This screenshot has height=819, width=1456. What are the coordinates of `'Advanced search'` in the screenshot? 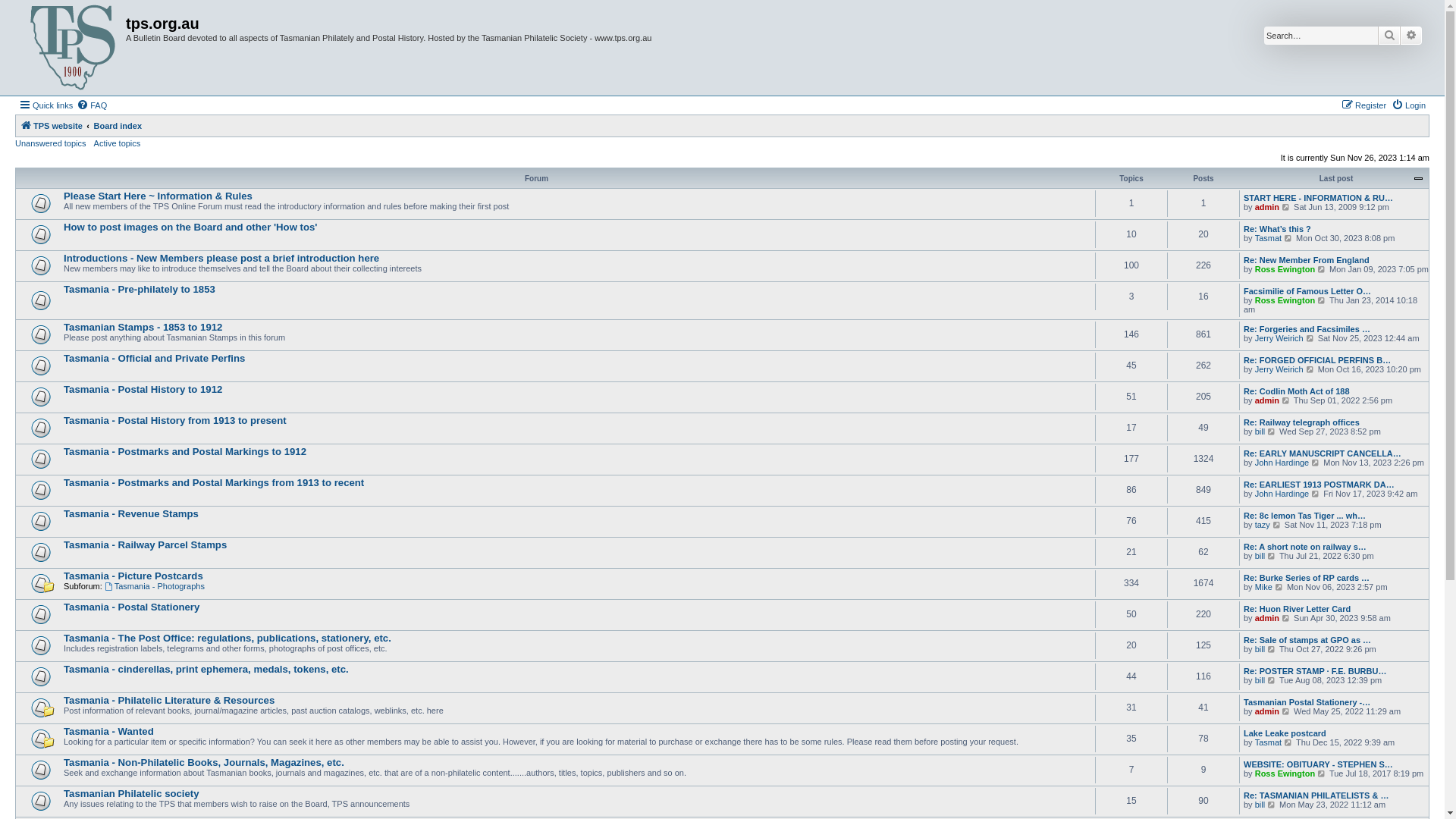 It's located at (1410, 34).